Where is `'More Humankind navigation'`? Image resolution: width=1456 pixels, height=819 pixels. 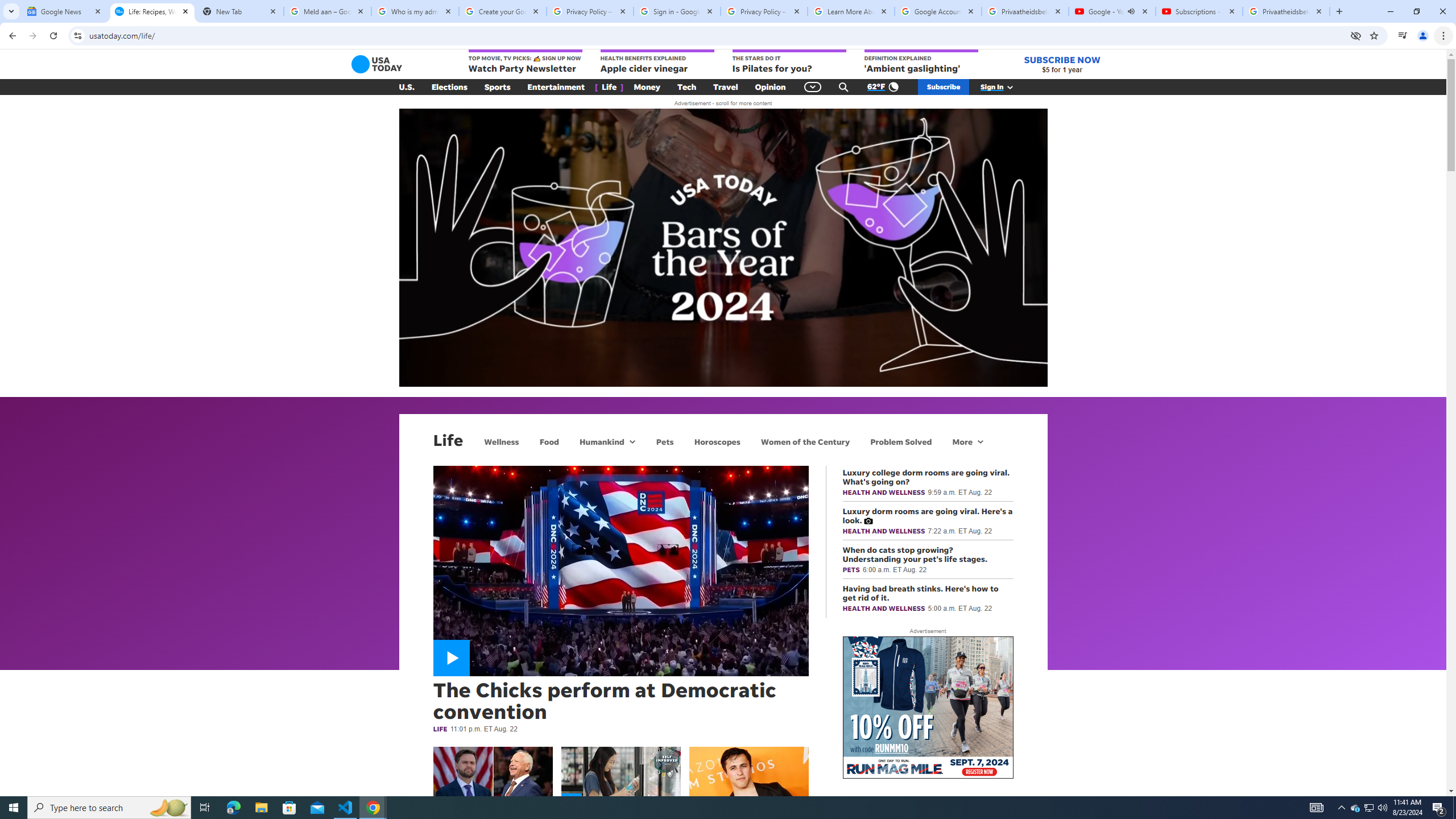 'More Humankind navigation' is located at coordinates (631, 441).